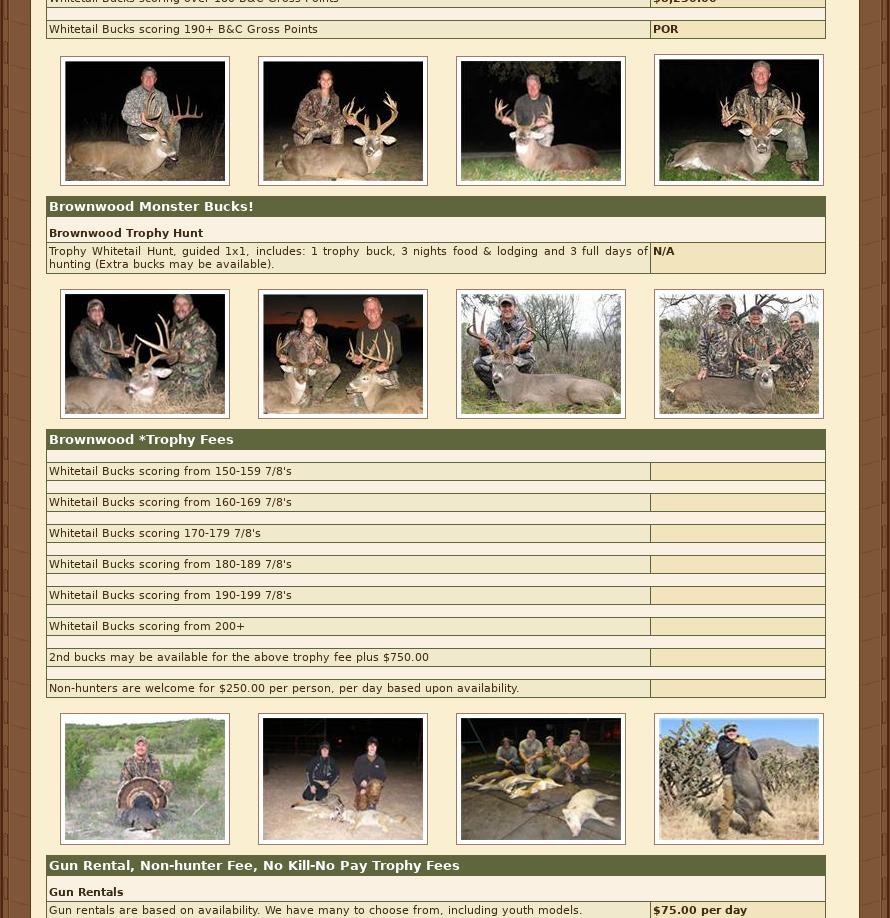 The height and width of the screenshot is (918, 890). What do you see at coordinates (170, 594) in the screenshot?
I see `'Whitetail Bucks scoring from 190-199 7/8's'` at bounding box center [170, 594].